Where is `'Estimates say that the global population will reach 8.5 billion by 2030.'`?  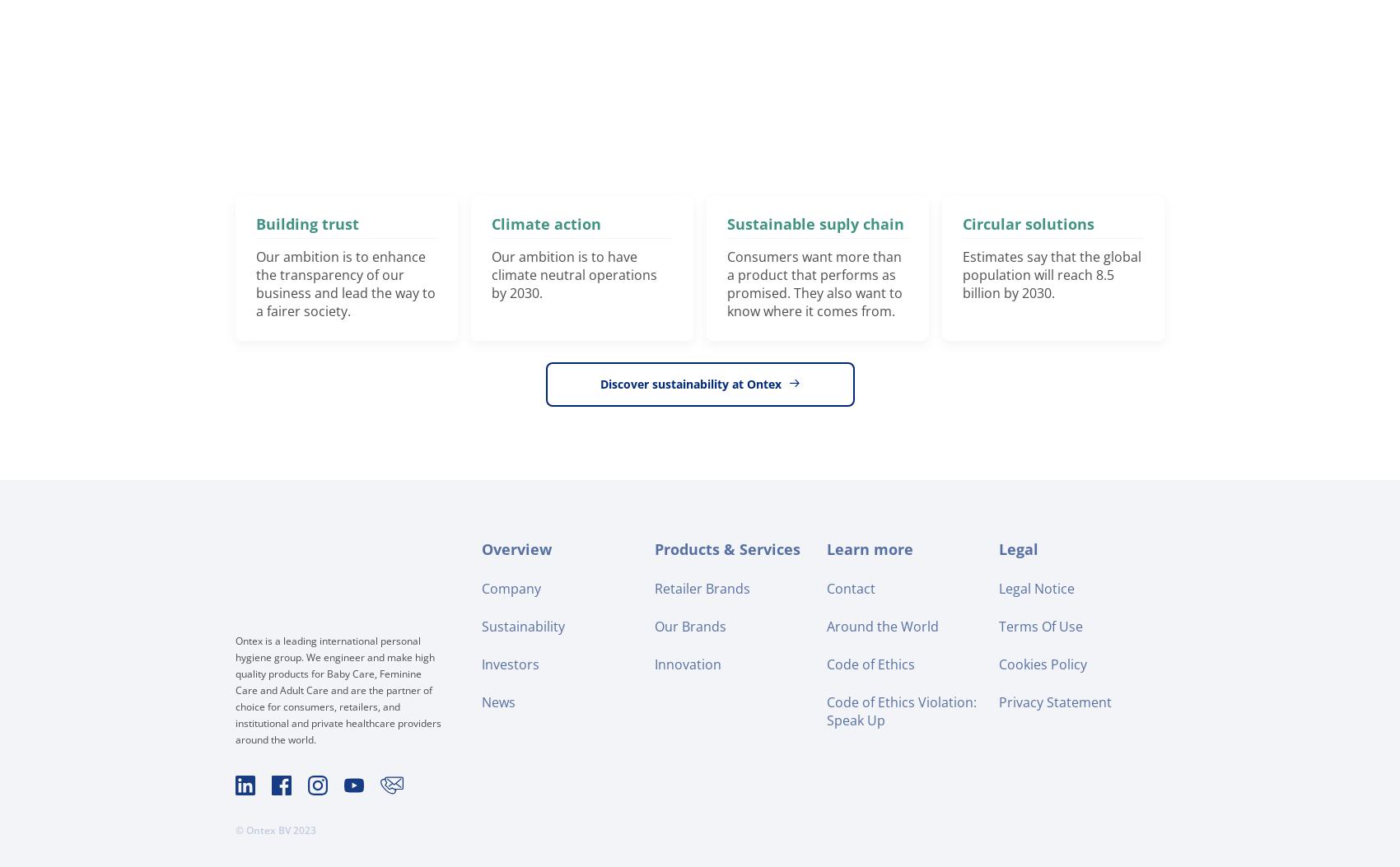 'Estimates say that the global population will reach 8.5 billion by 2030.' is located at coordinates (1052, 275).